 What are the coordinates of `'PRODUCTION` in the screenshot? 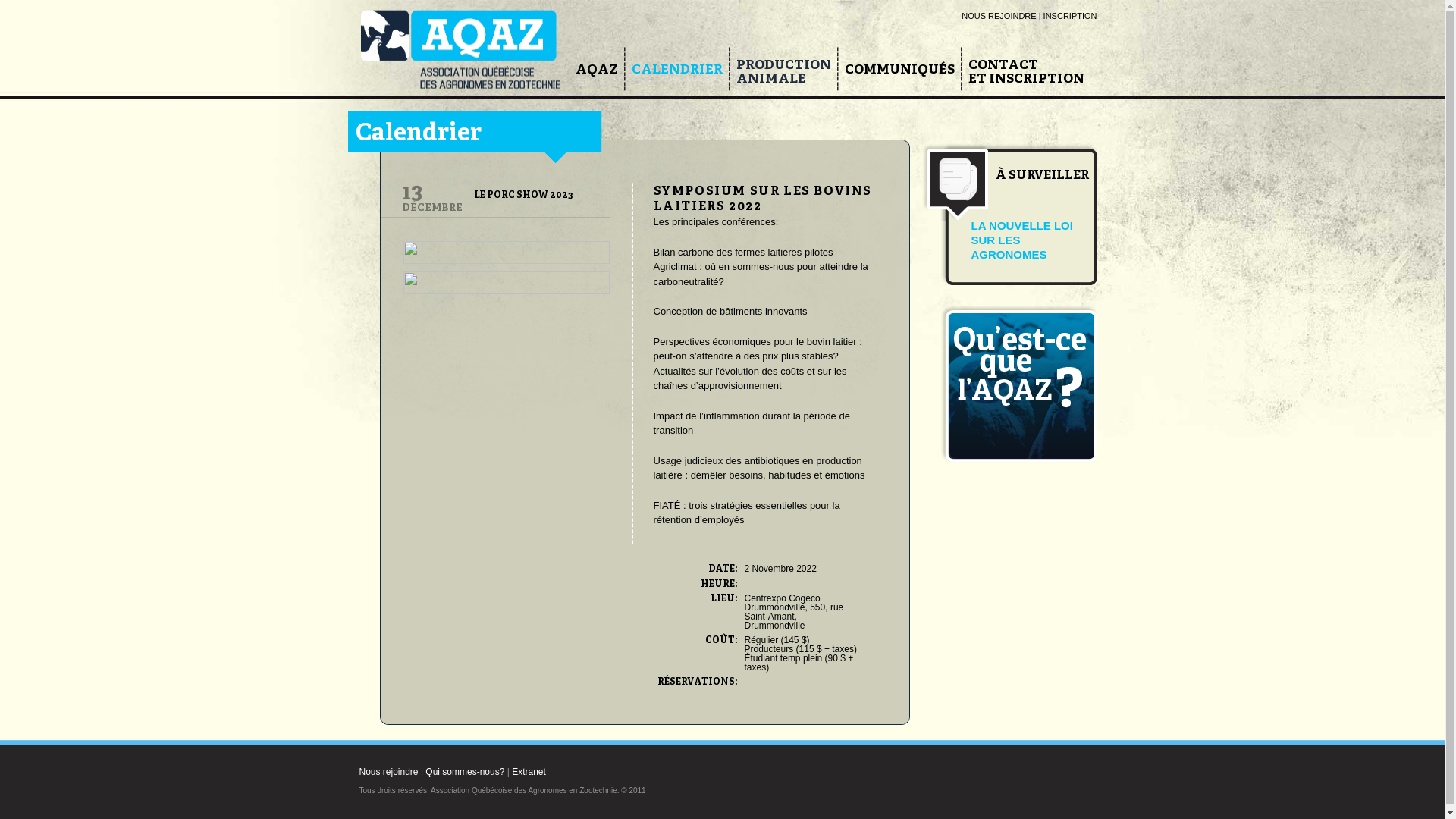 It's located at (783, 72).